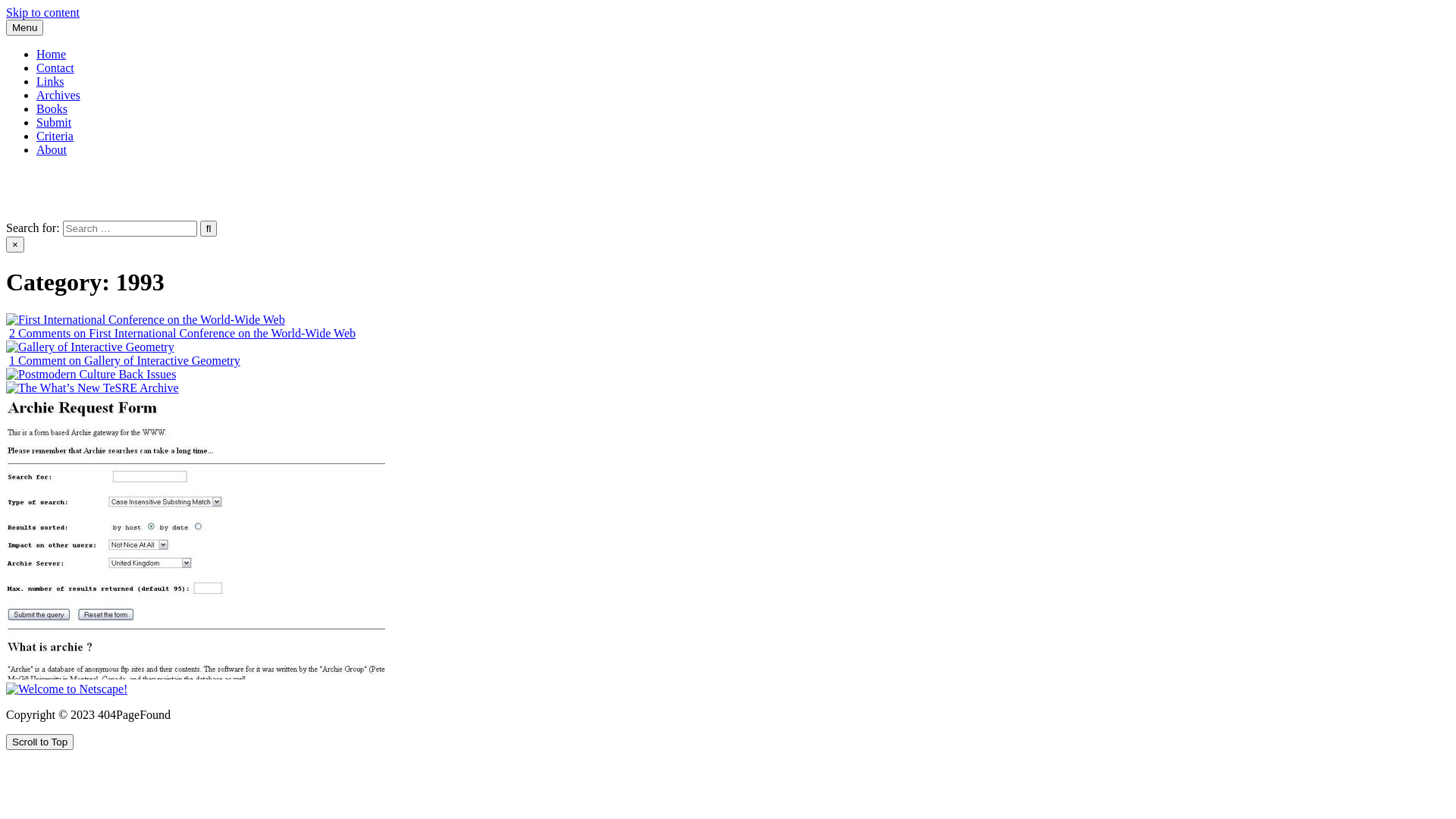 This screenshot has height=819, width=1456. I want to click on 'Postmodern Culture Back Issues', so click(90, 374).